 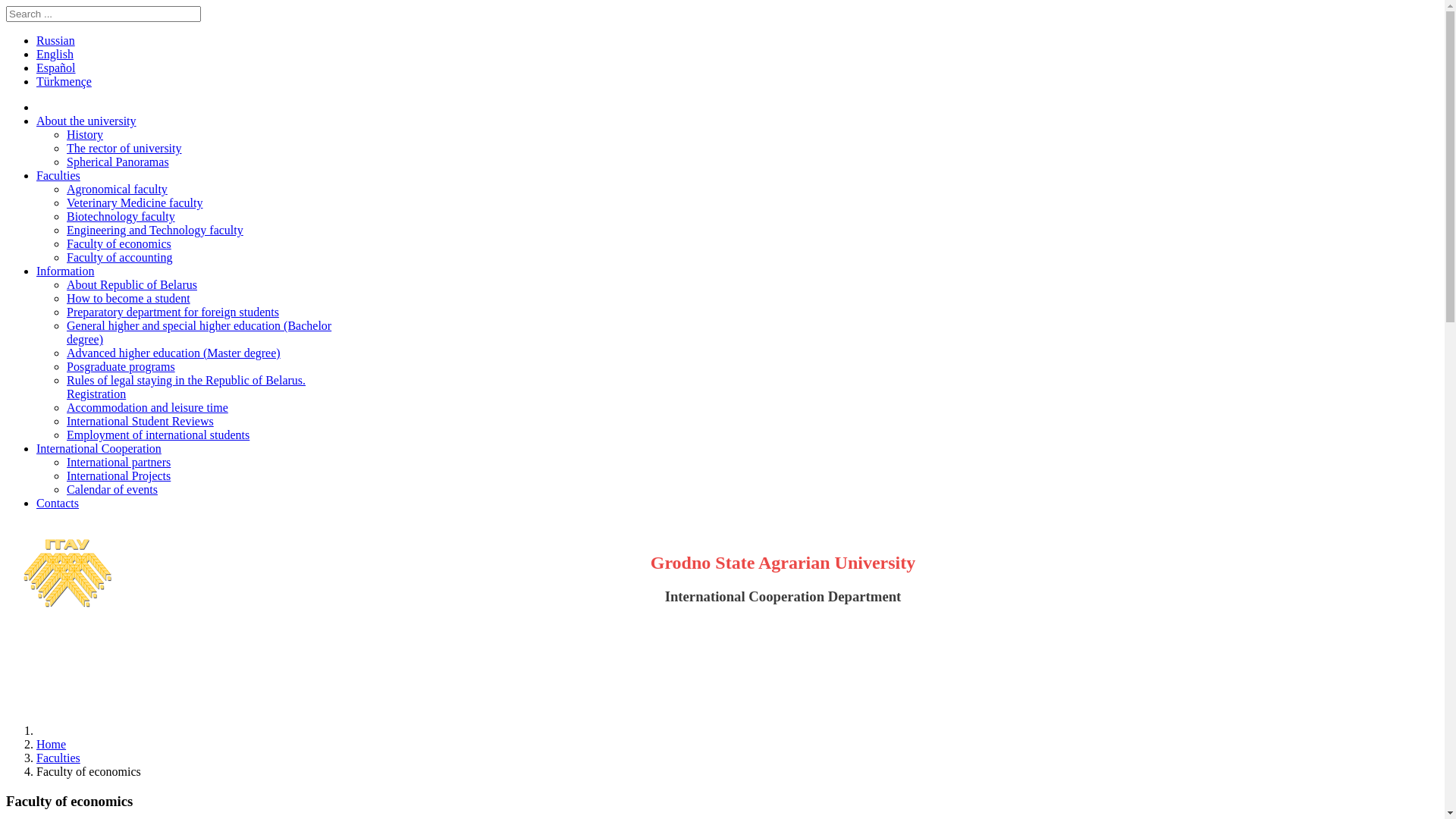 What do you see at coordinates (158, 435) in the screenshot?
I see `'Employment of international students'` at bounding box center [158, 435].